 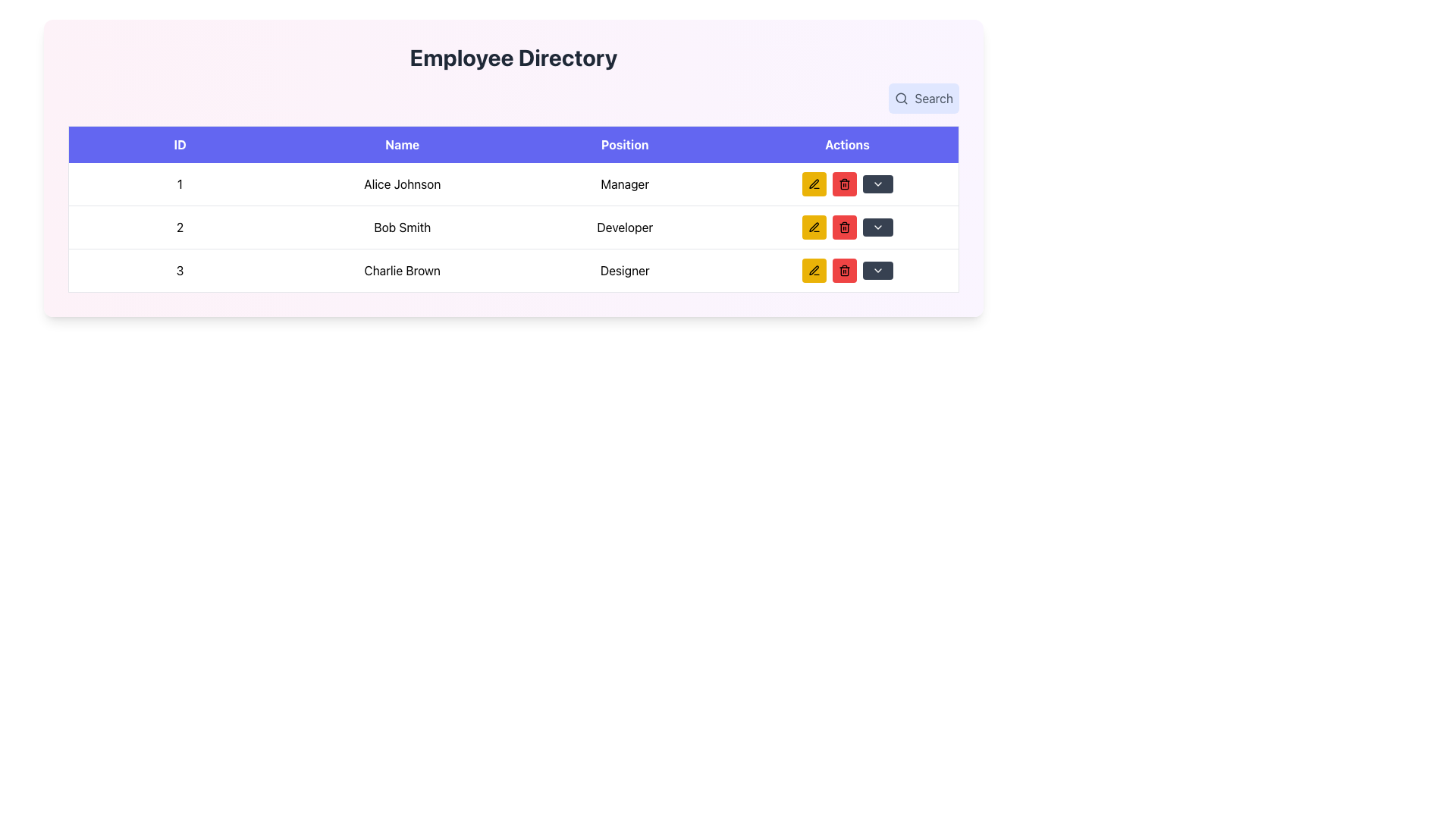 What do you see at coordinates (846, 144) in the screenshot?
I see `the 'Actions' text label in the table header, which is a rectangular segment with bold white text on a blue background, located in the fourth column` at bounding box center [846, 144].